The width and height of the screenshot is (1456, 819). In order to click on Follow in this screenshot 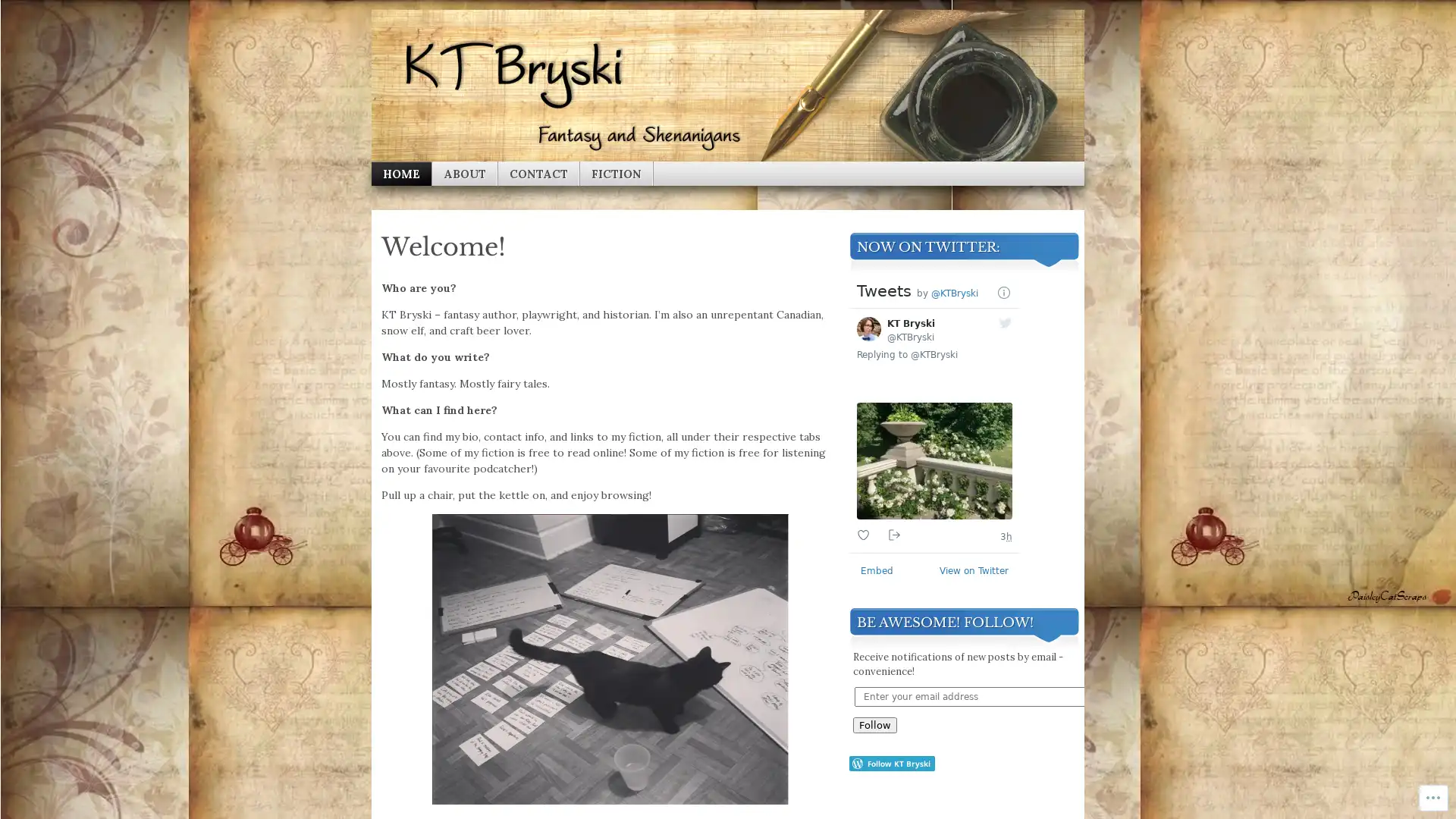, I will do `click(874, 724)`.